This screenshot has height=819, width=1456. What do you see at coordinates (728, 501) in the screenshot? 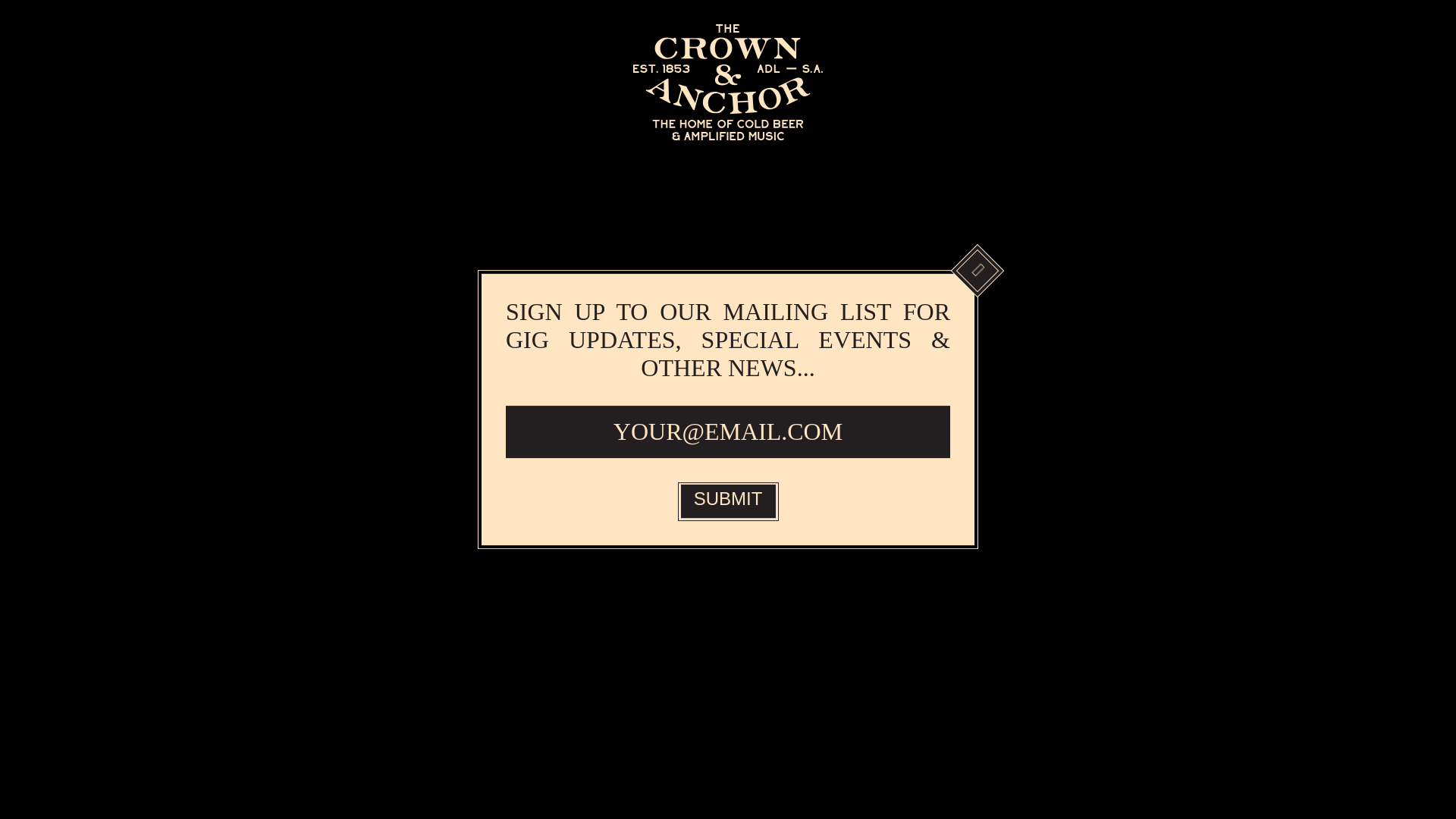
I see `'SUBMIT'` at bounding box center [728, 501].